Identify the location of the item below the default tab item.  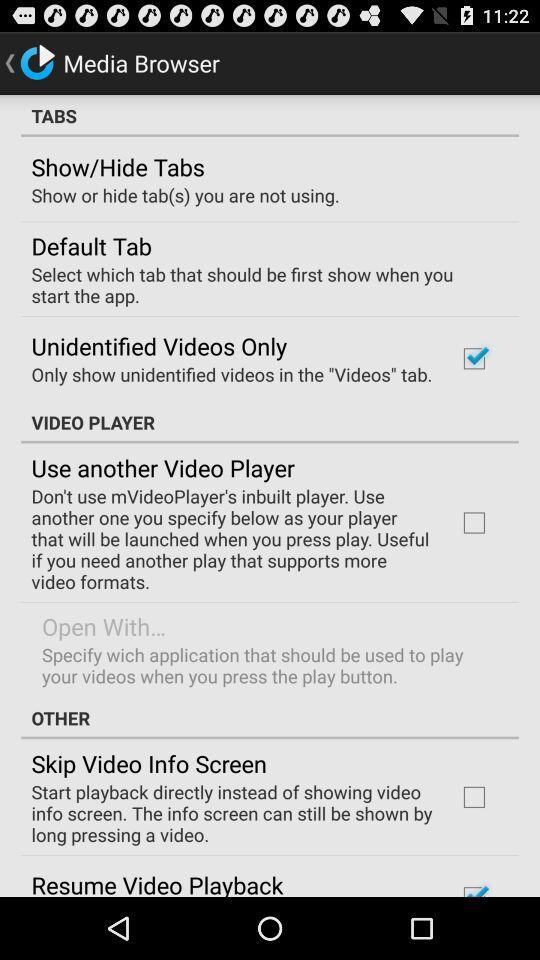
(263, 283).